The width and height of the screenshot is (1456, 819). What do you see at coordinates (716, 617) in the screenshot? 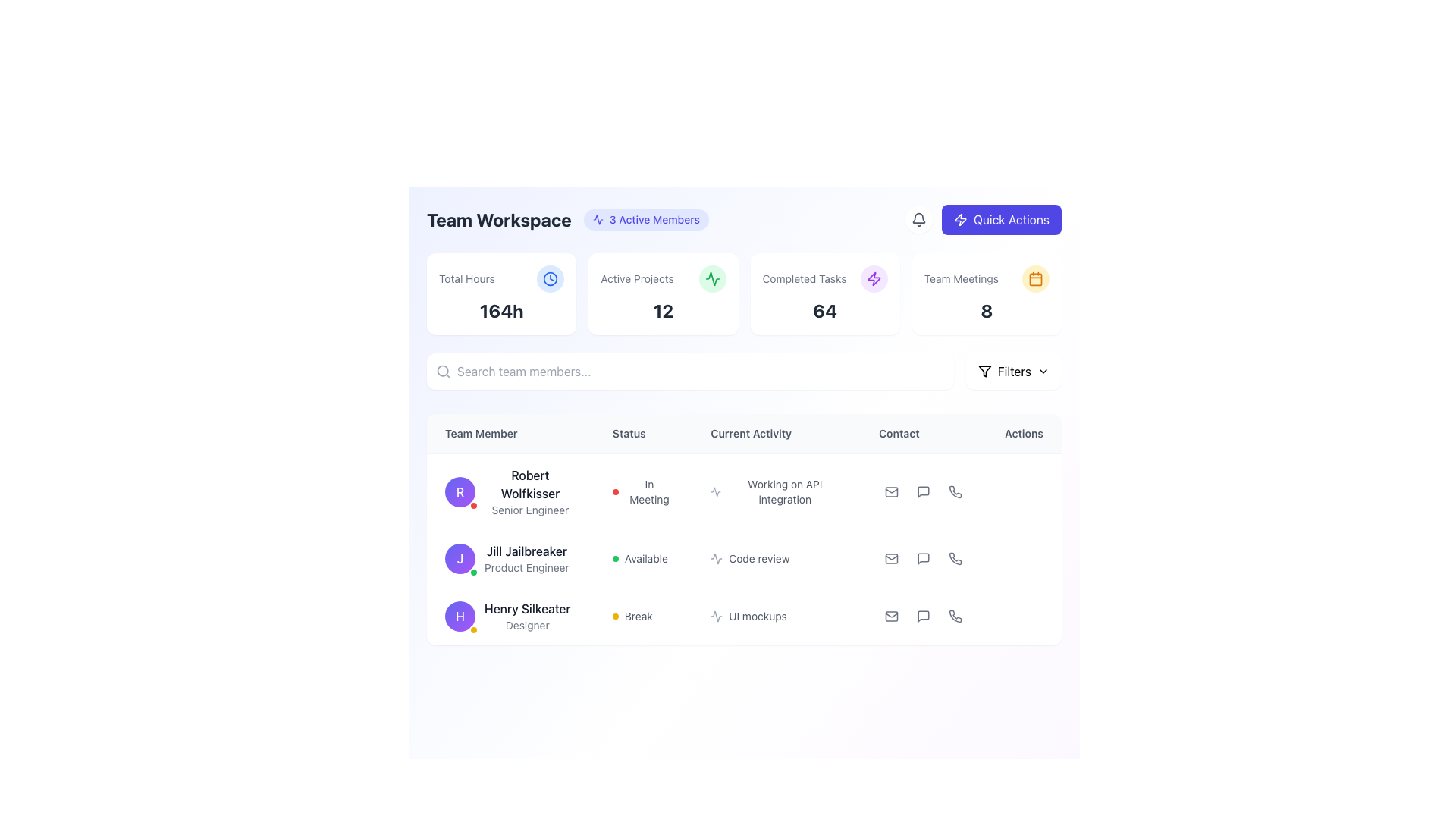
I see `the activity status icon located in the 'Team Workspace' interface under the 'Current Activity' column for the first team member row` at bounding box center [716, 617].